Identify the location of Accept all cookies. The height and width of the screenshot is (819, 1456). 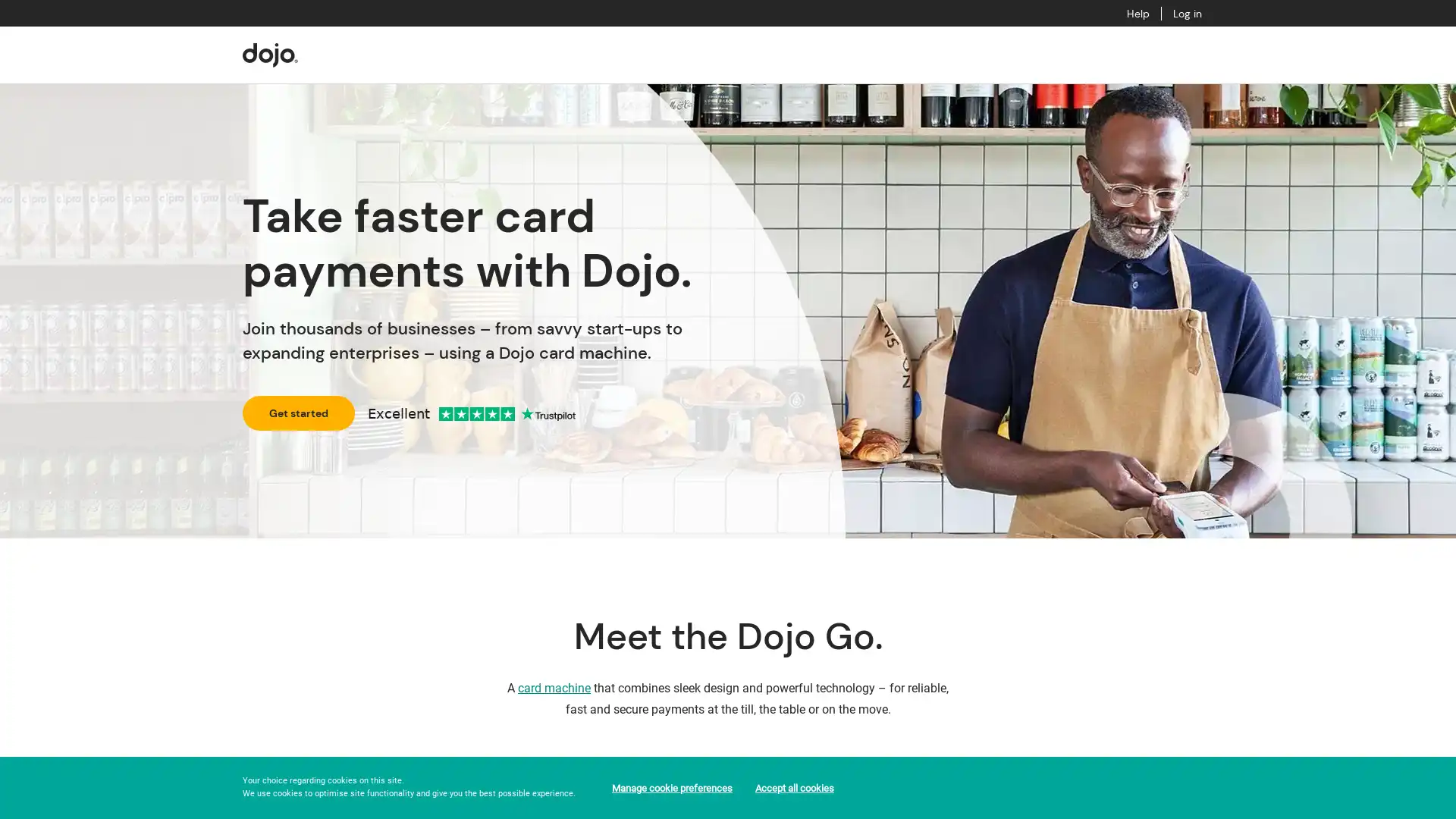
(793, 786).